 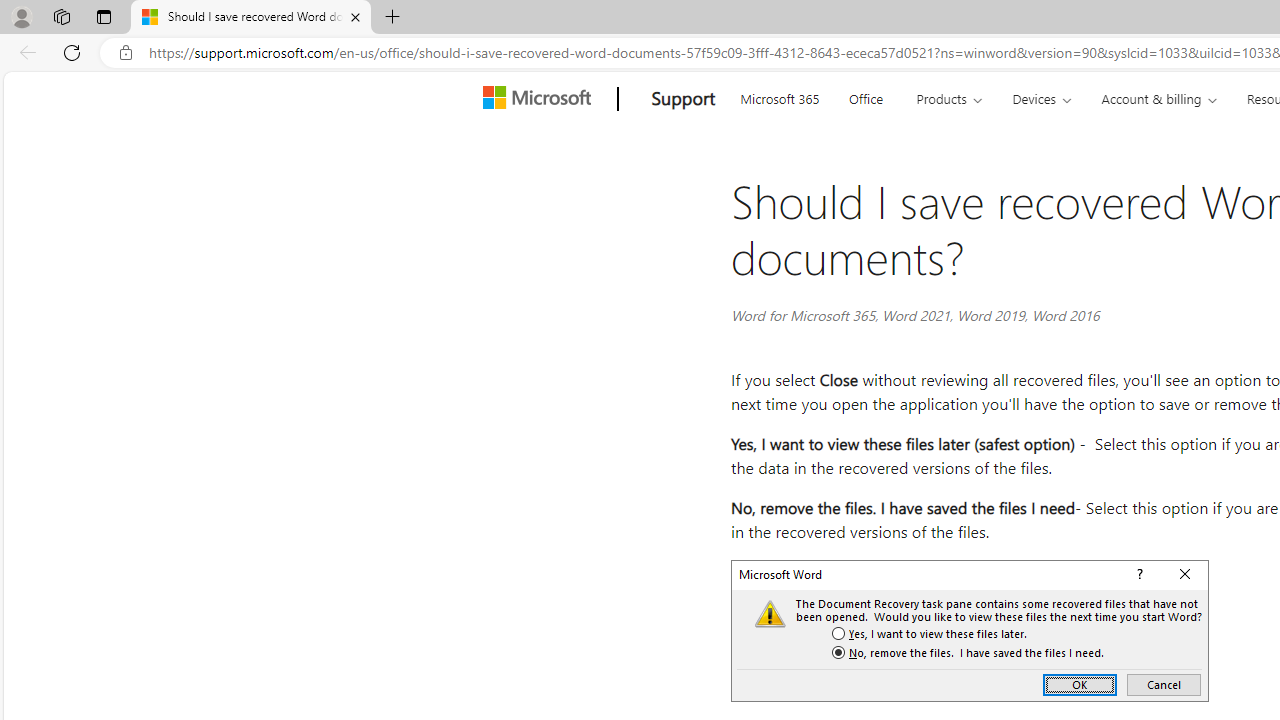 I want to click on 'Tab actions menu', so click(x=103, y=16).